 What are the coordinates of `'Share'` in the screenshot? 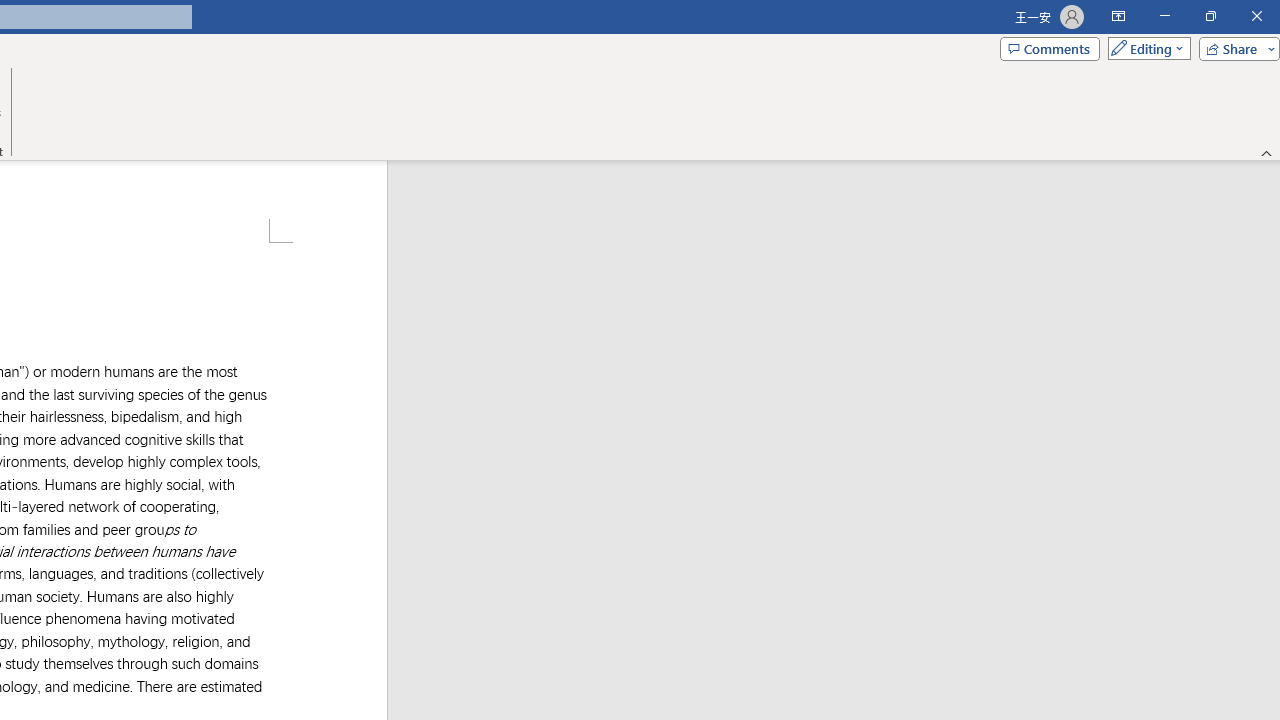 It's located at (1234, 47).